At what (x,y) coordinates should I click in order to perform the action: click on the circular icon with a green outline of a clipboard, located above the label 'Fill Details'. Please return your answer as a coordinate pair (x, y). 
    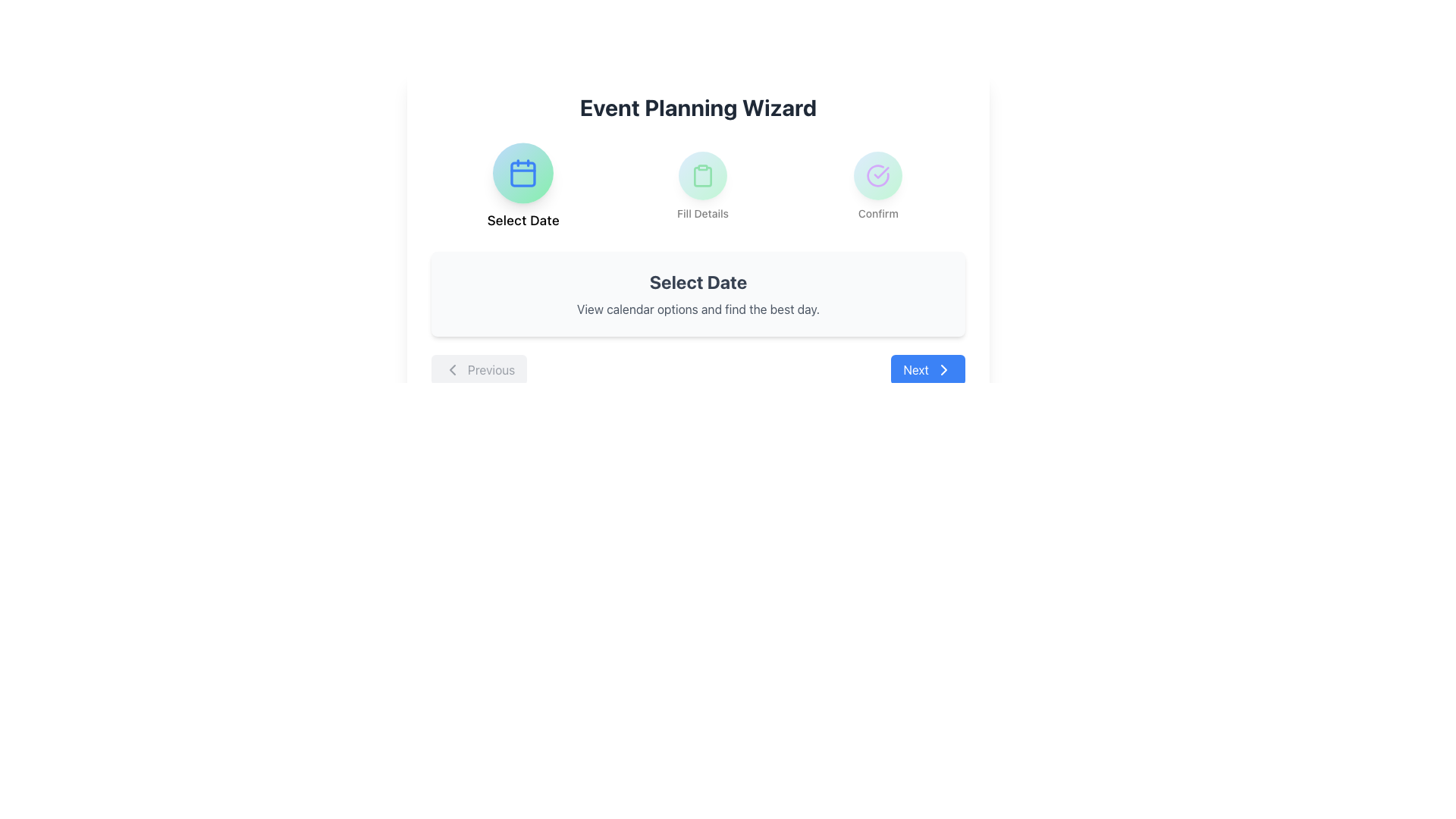
    Looking at the image, I should click on (702, 186).